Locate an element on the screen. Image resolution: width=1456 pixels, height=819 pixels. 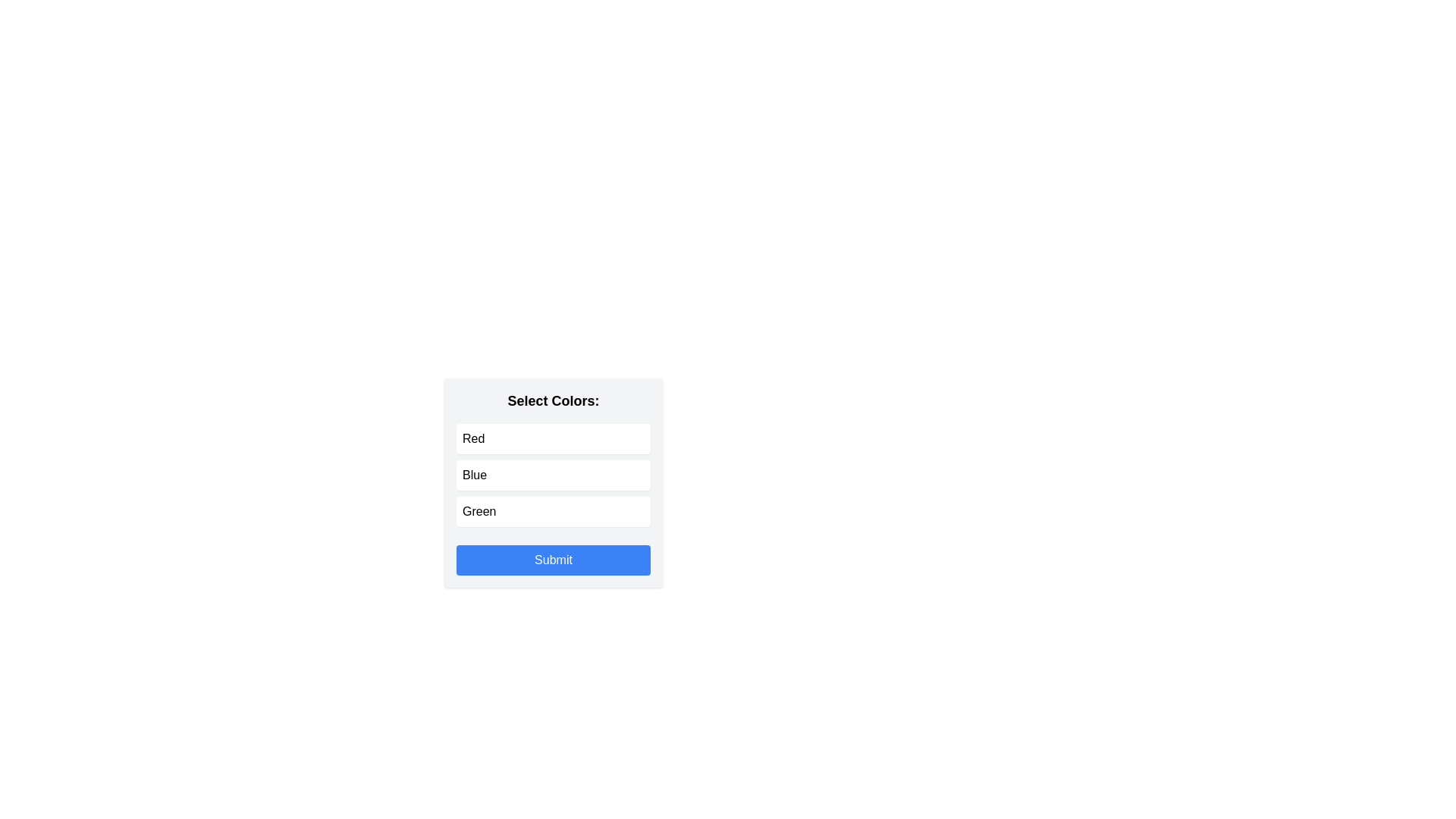
the first selectable list item representing the color option 'Red' under the title 'Select Colors:' is located at coordinates (552, 438).